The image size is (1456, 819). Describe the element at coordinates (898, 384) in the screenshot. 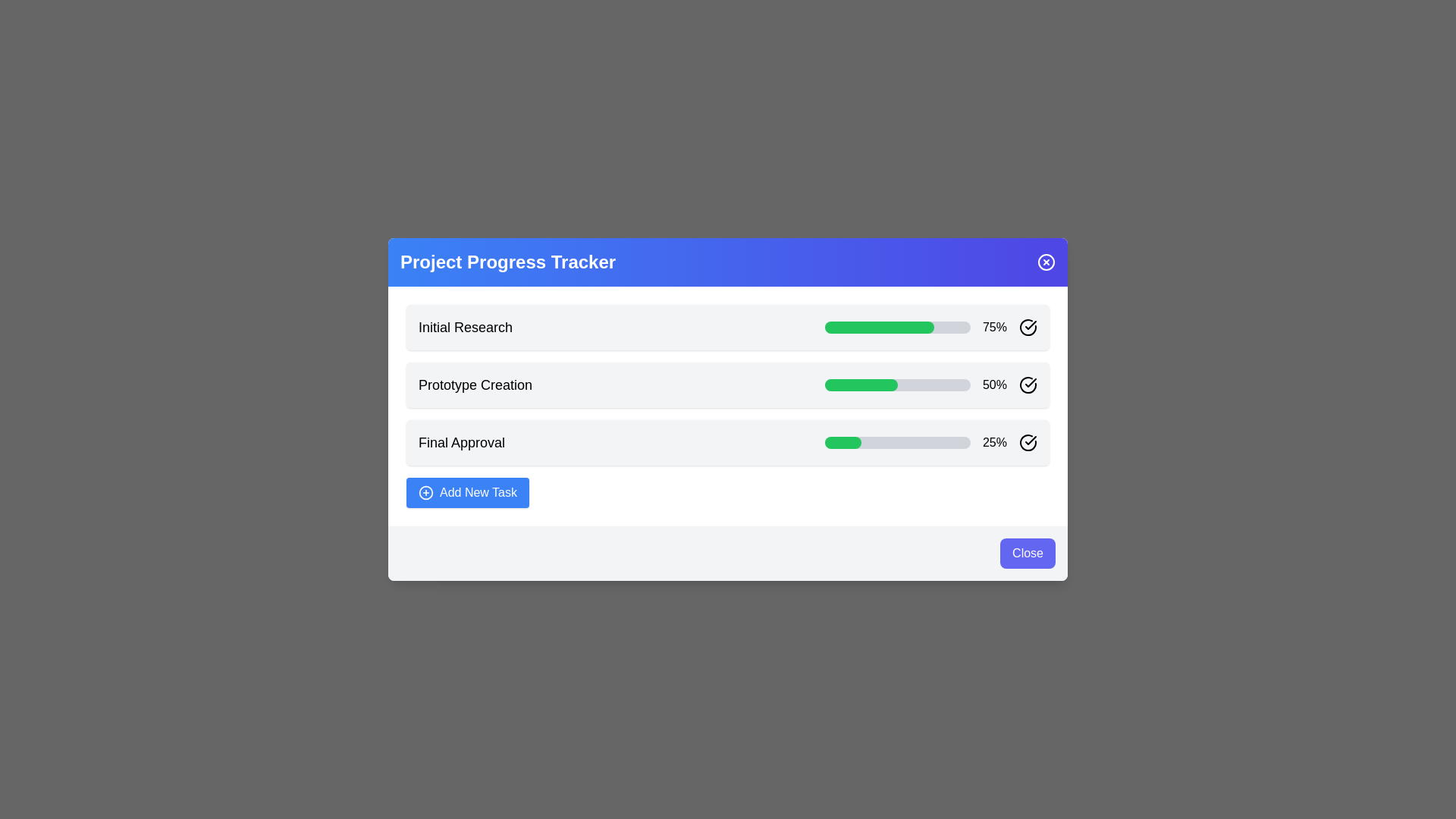

I see `the progress bar located in the 'Prototype Creation' section, which has a light gray background and a filled green segment representing 50% completion` at that location.